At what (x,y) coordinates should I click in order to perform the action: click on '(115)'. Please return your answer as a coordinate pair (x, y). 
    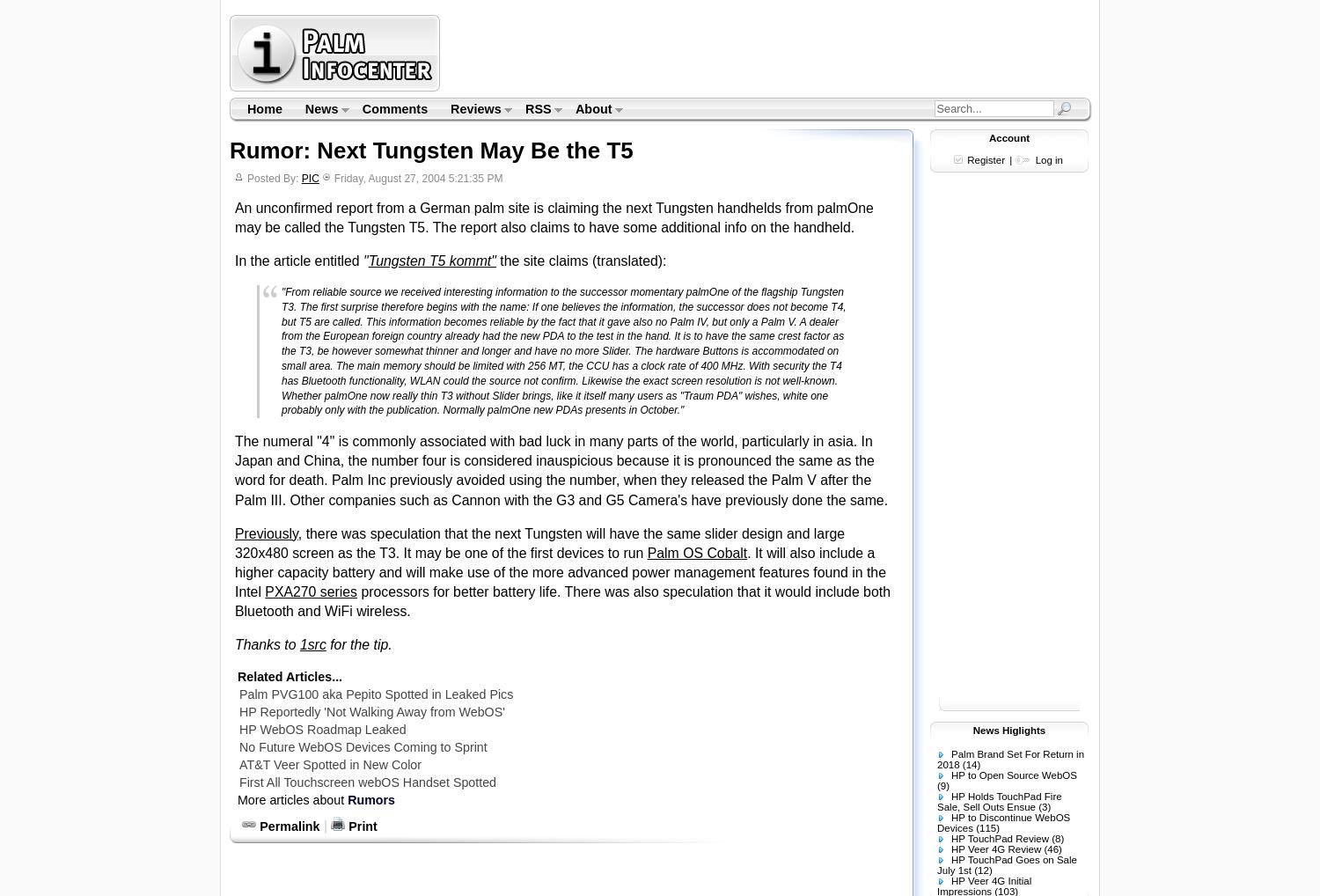
    Looking at the image, I should click on (986, 827).